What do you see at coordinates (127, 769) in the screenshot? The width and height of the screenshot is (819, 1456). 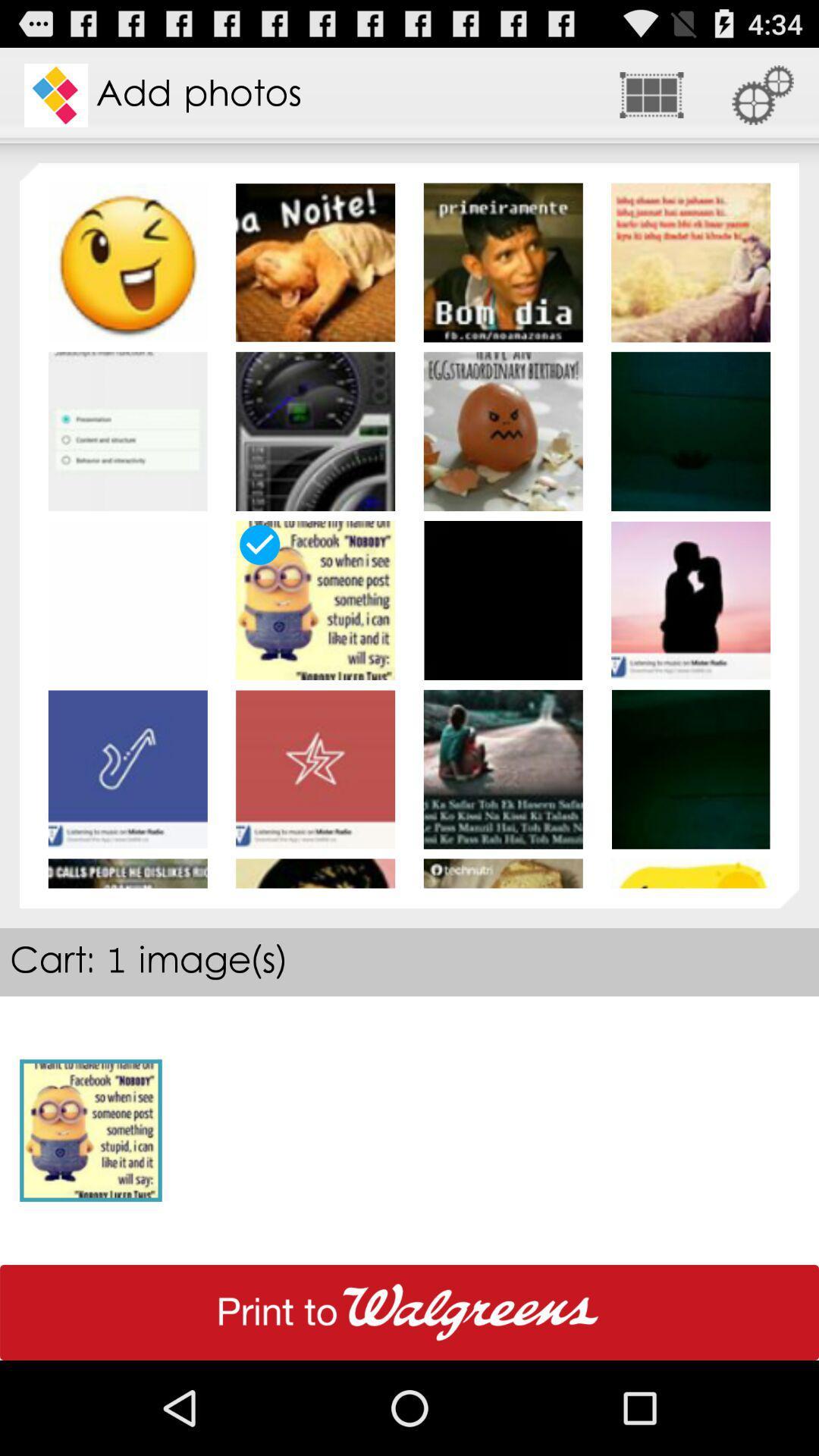 I see `the third image next to the star image to the left` at bounding box center [127, 769].